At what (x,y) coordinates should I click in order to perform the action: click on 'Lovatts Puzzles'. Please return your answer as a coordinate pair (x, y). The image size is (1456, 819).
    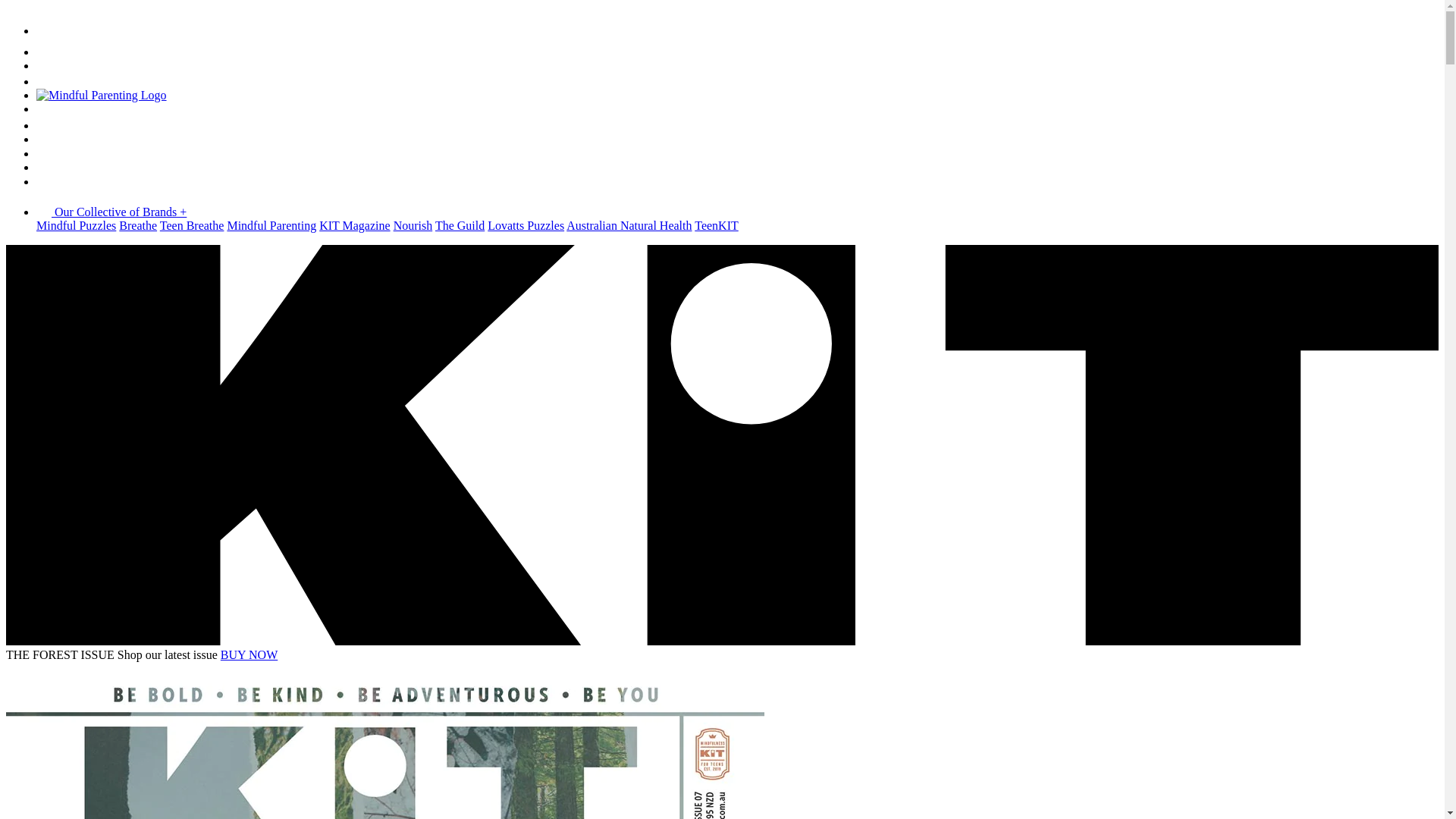
    Looking at the image, I should click on (526, 225).